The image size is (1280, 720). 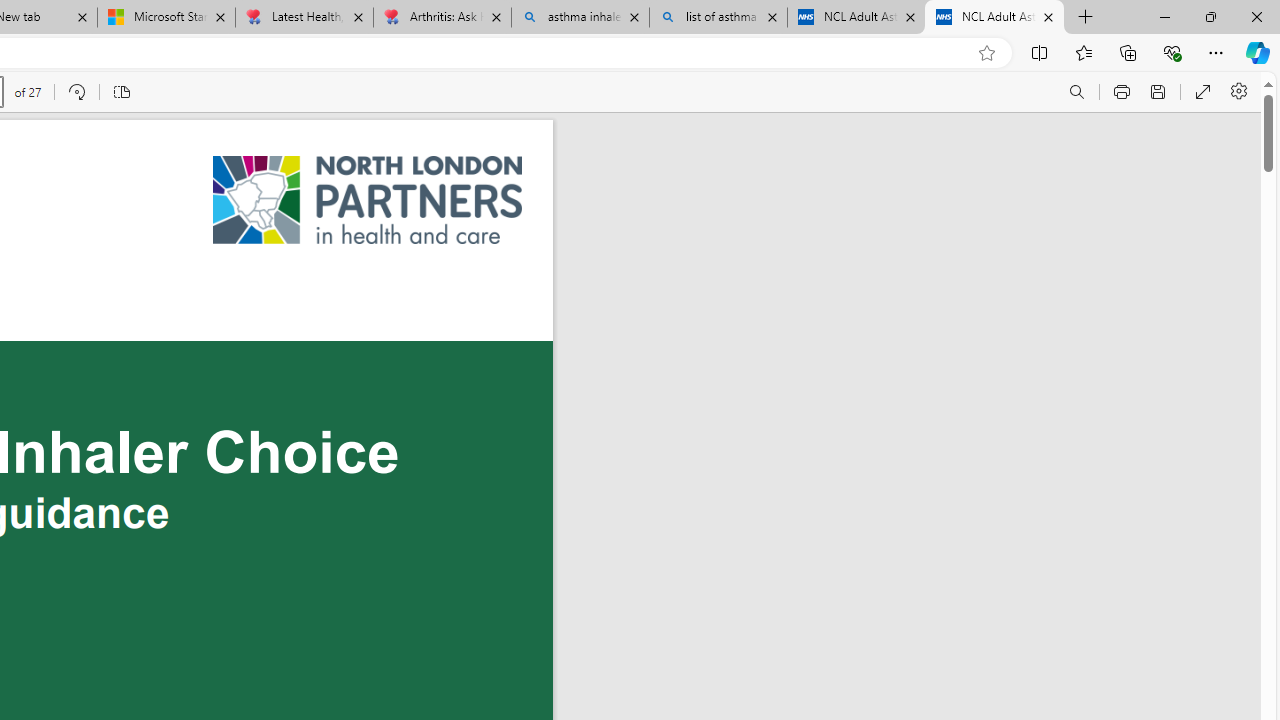 What do you see at coordinates (1158, 92) in the screenshot?
I see `'Save (Ctrl+S)'` at bounding box center [1158, 92].